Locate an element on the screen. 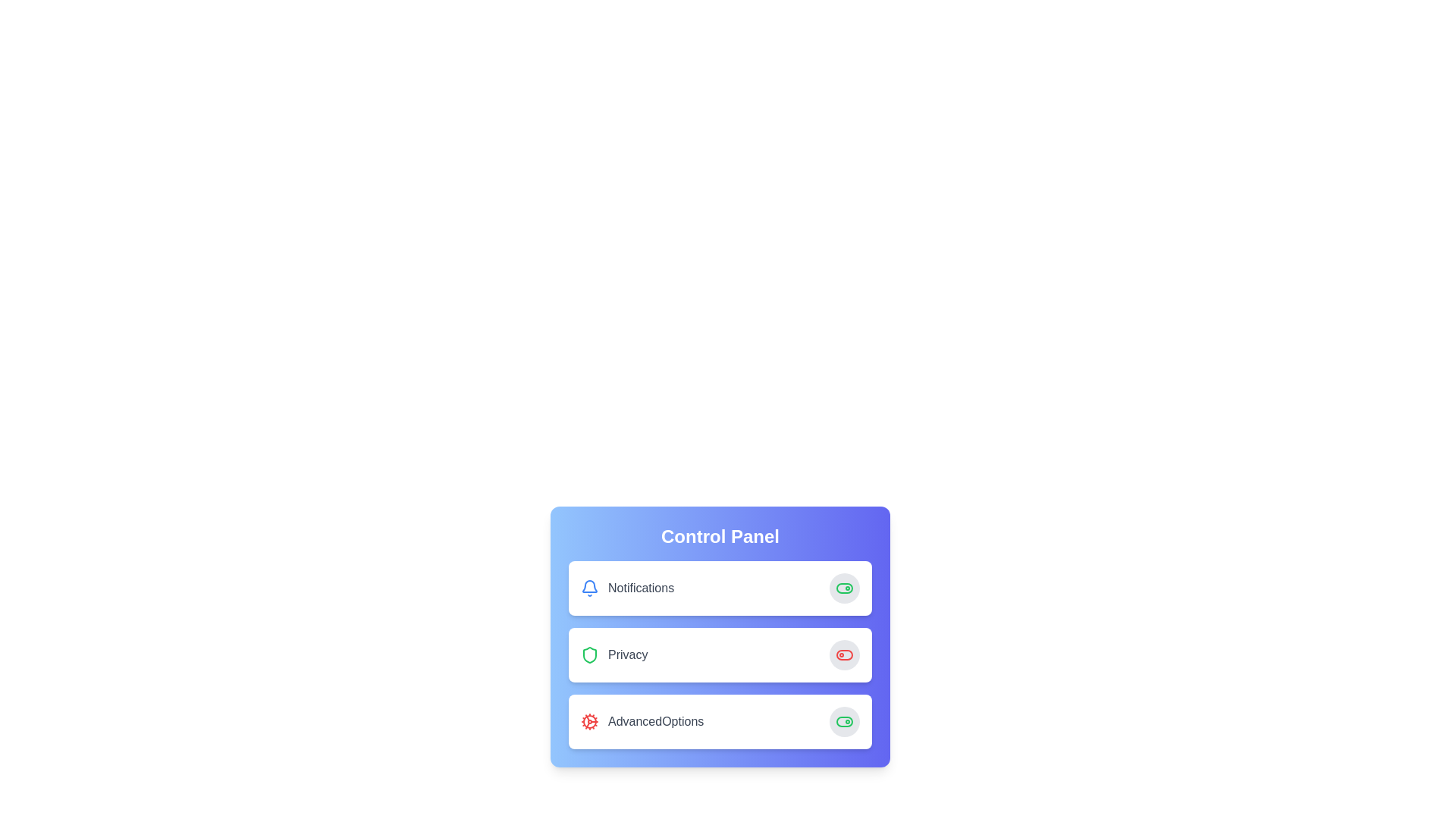 The width and height of the screenshot is (1456, 819). the Header Text located at the top of the blue and purple gradient card, which indicates the context for the options labeled 'Notifications', 'Privacy', and 'Advanced Options' is located at coordinates (720, 536).